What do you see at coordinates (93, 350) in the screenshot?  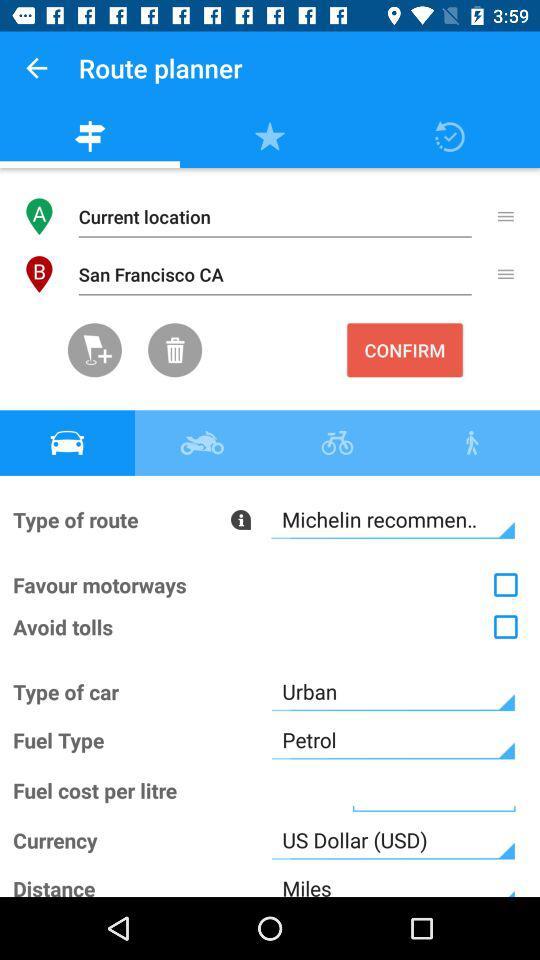 I see `the cart icon` at bounding box center [93, 350].